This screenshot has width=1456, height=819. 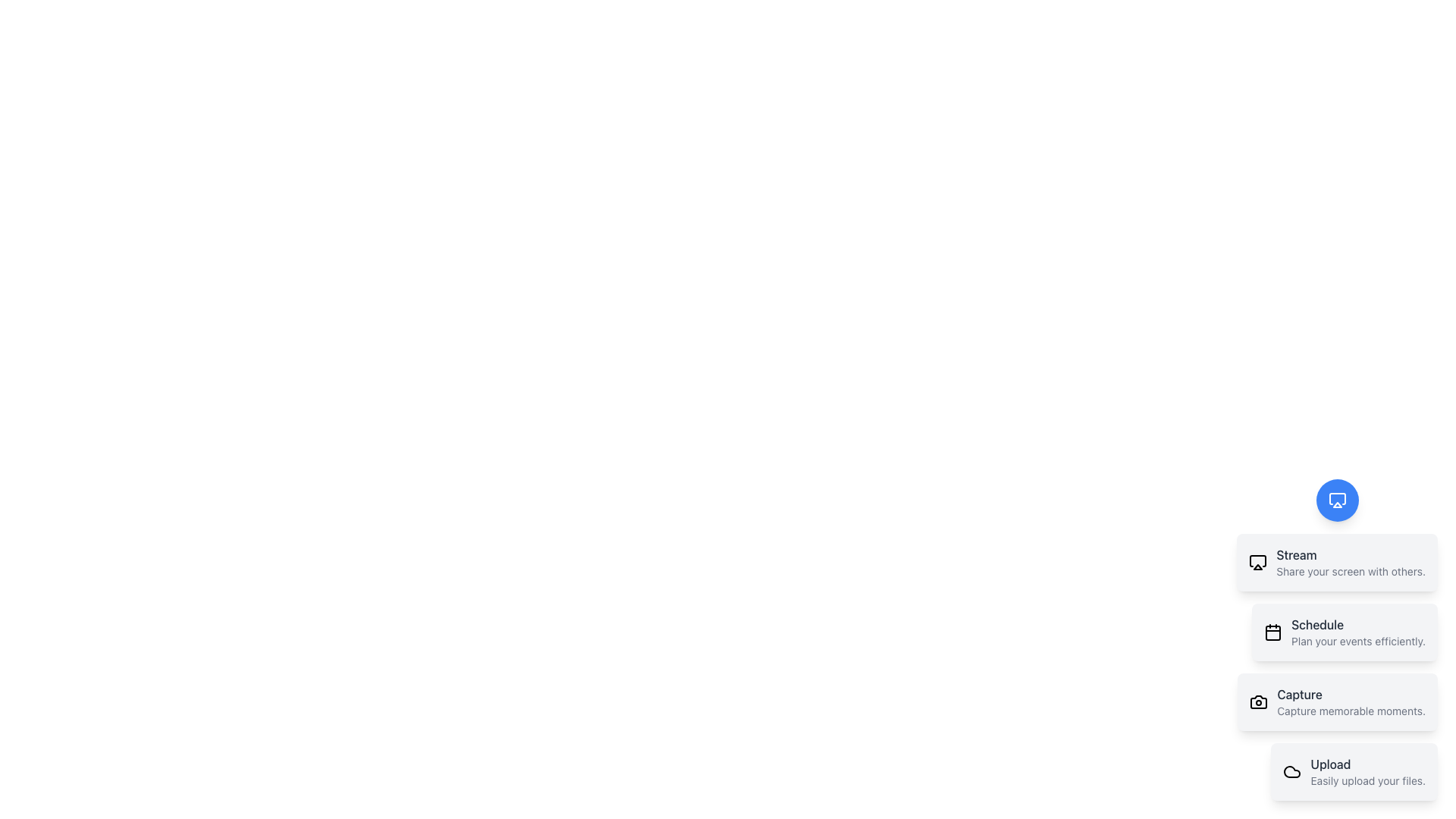 What do you see at coordinates (1358, 641) in the screenshot?
I see `the text component that displays the message 'Plan your events efficiently.' located below the 'Schedule' label` at bounding box center [1358, 641].